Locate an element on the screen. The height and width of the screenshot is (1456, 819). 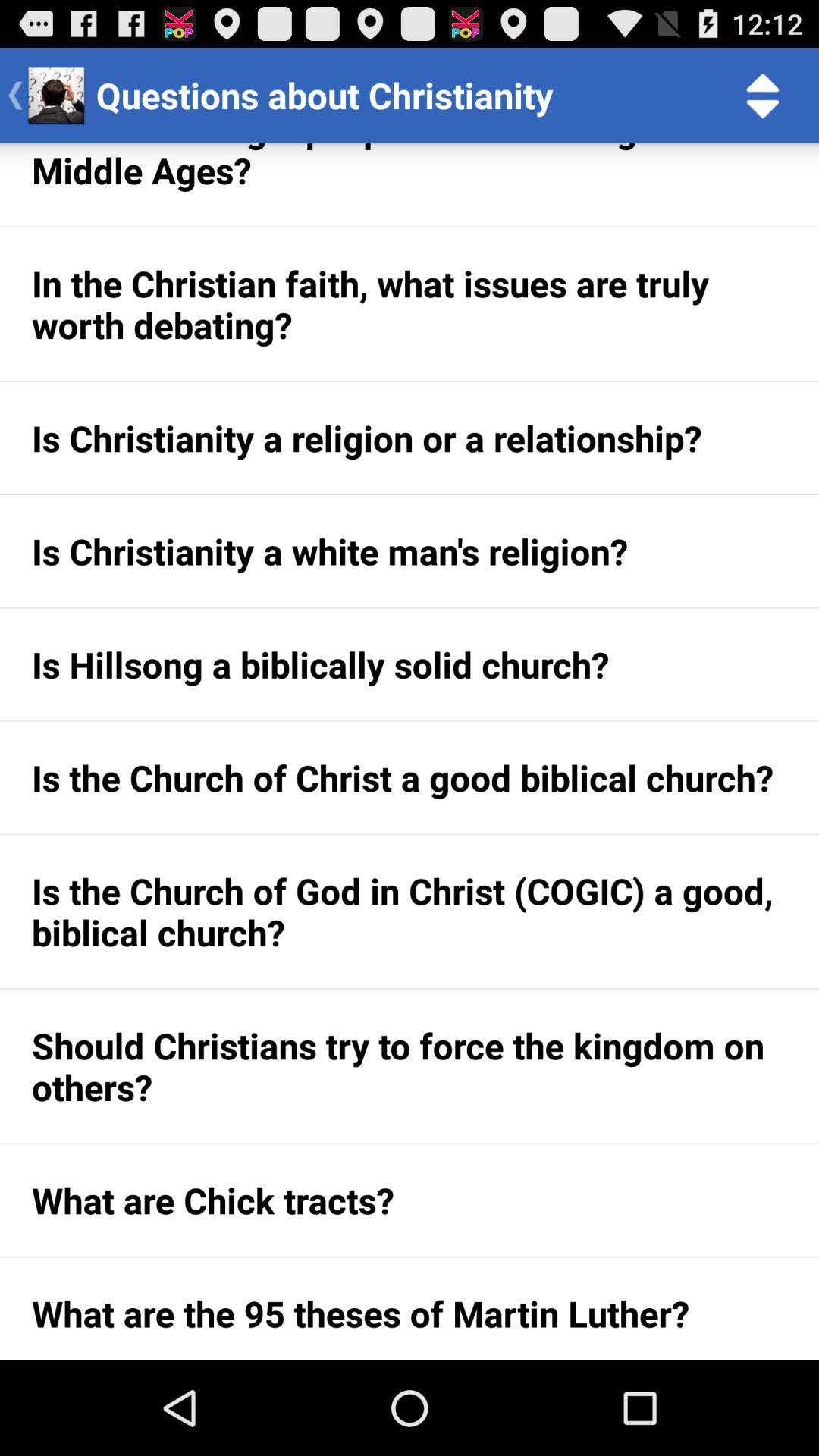
the icon which is just below the time is located at coordinates (763, 94).